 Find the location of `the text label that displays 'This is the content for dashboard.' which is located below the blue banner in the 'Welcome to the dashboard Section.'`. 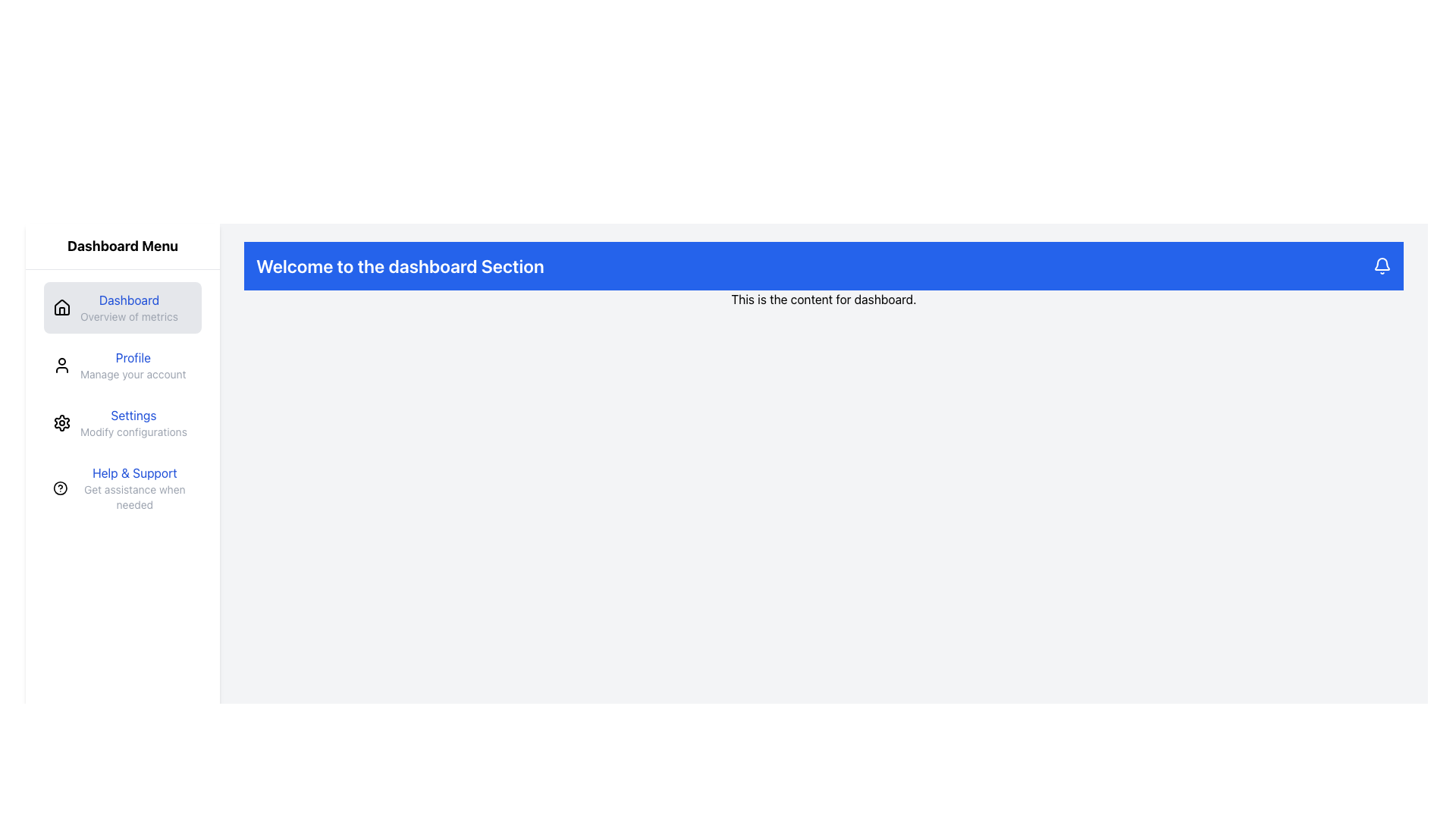

the text label that displays 'This is the content for dashboard.' which is located below the blue banner in the 'Welcome to the dashboard Section.' is located at coordinates (823, 299).